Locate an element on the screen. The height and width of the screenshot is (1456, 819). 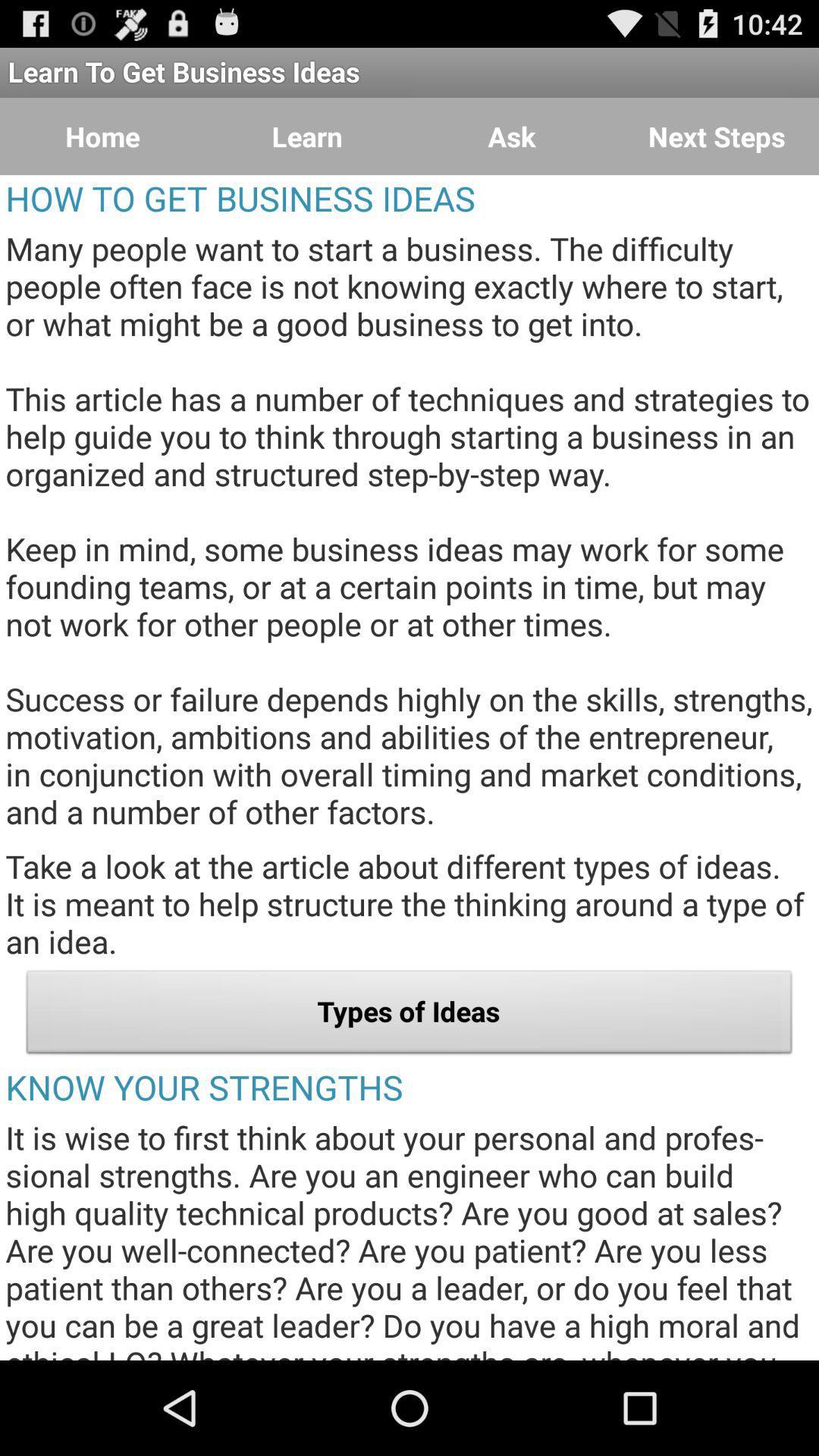
button to the right of ask icon is located at coordinates (717, 136).